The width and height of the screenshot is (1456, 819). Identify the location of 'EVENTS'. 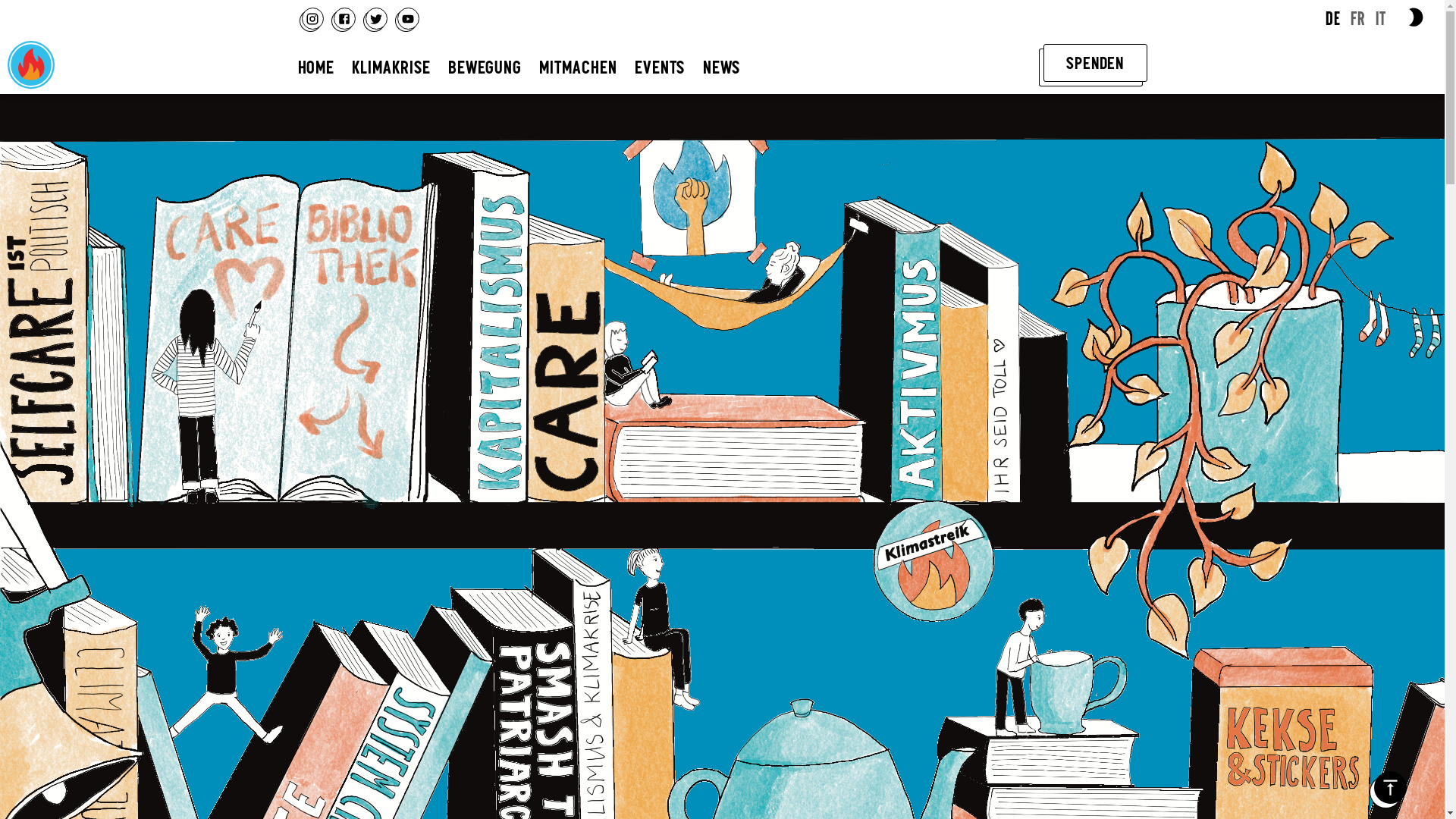
(659, 65).